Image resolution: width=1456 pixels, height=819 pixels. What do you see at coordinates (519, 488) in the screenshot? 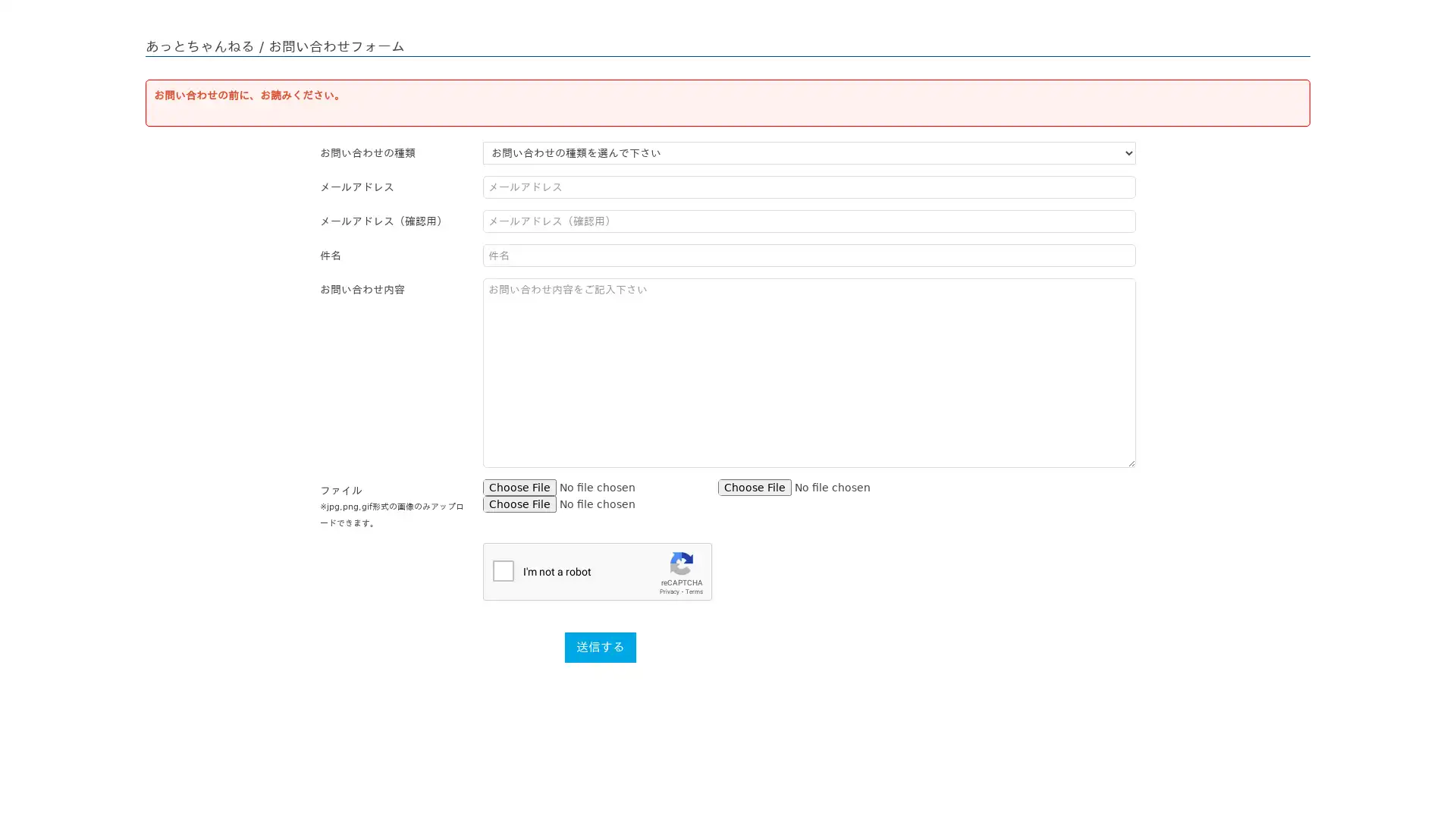
I see `Choose File` at bounding box center [519, 488].